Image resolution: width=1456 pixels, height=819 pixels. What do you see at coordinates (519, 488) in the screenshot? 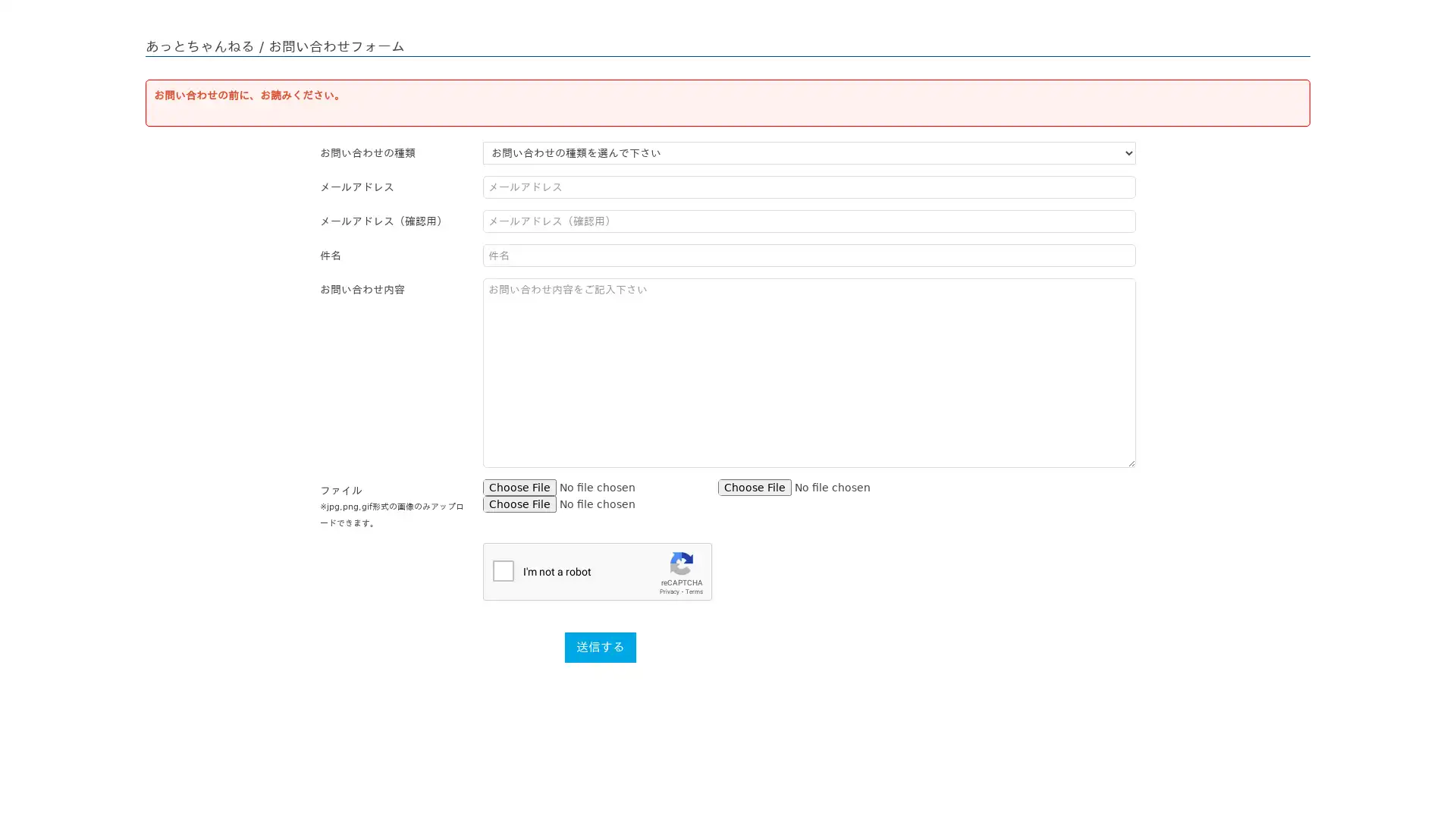
I see `Choose File` at bounding box center [519, 488].